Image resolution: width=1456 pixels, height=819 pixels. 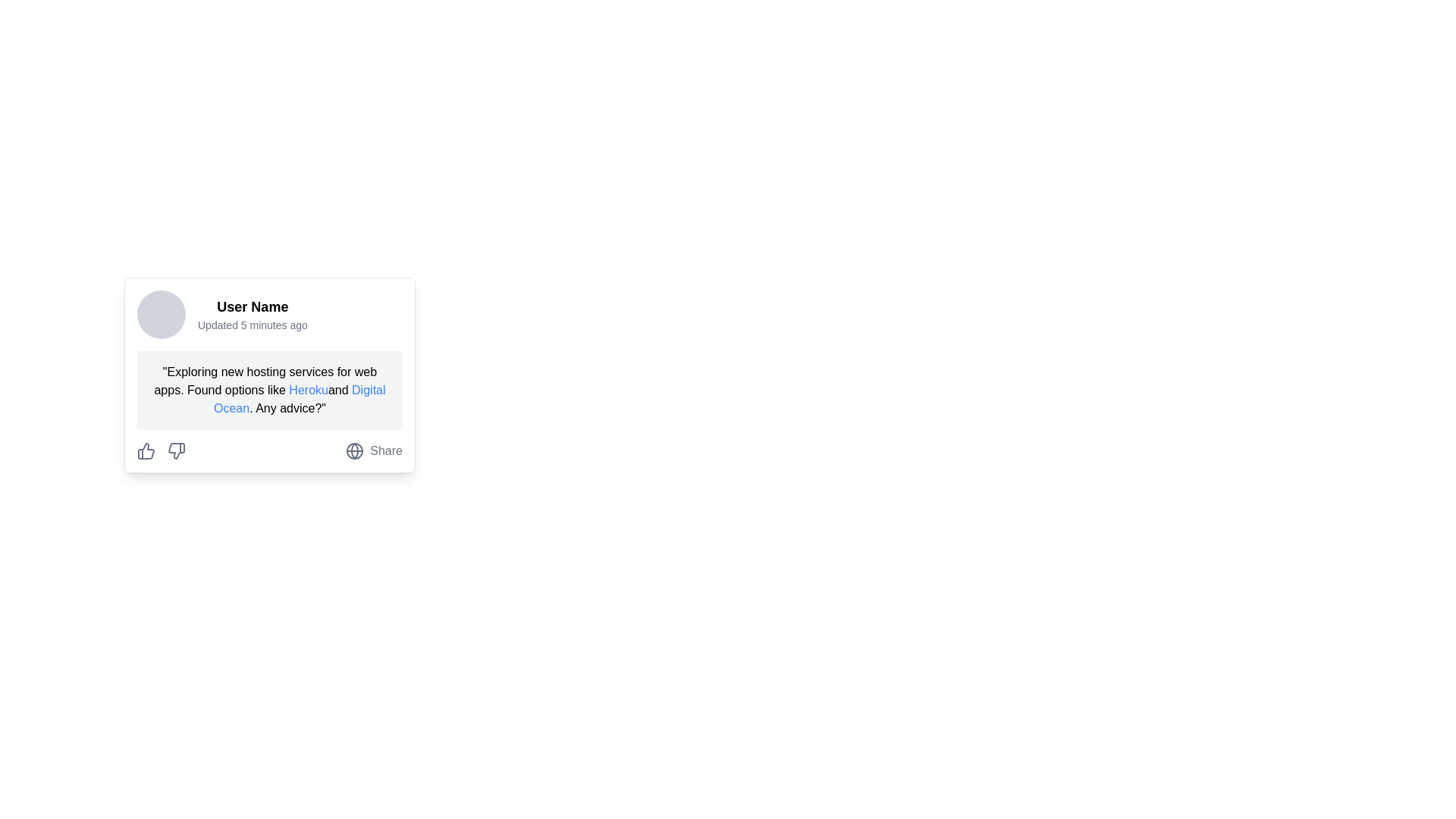 I want to click on the dislike button located to the right of the thumbs up icon and to the left of the share button under the user post to indicate dislike for the post, so click(x=177, y=450).